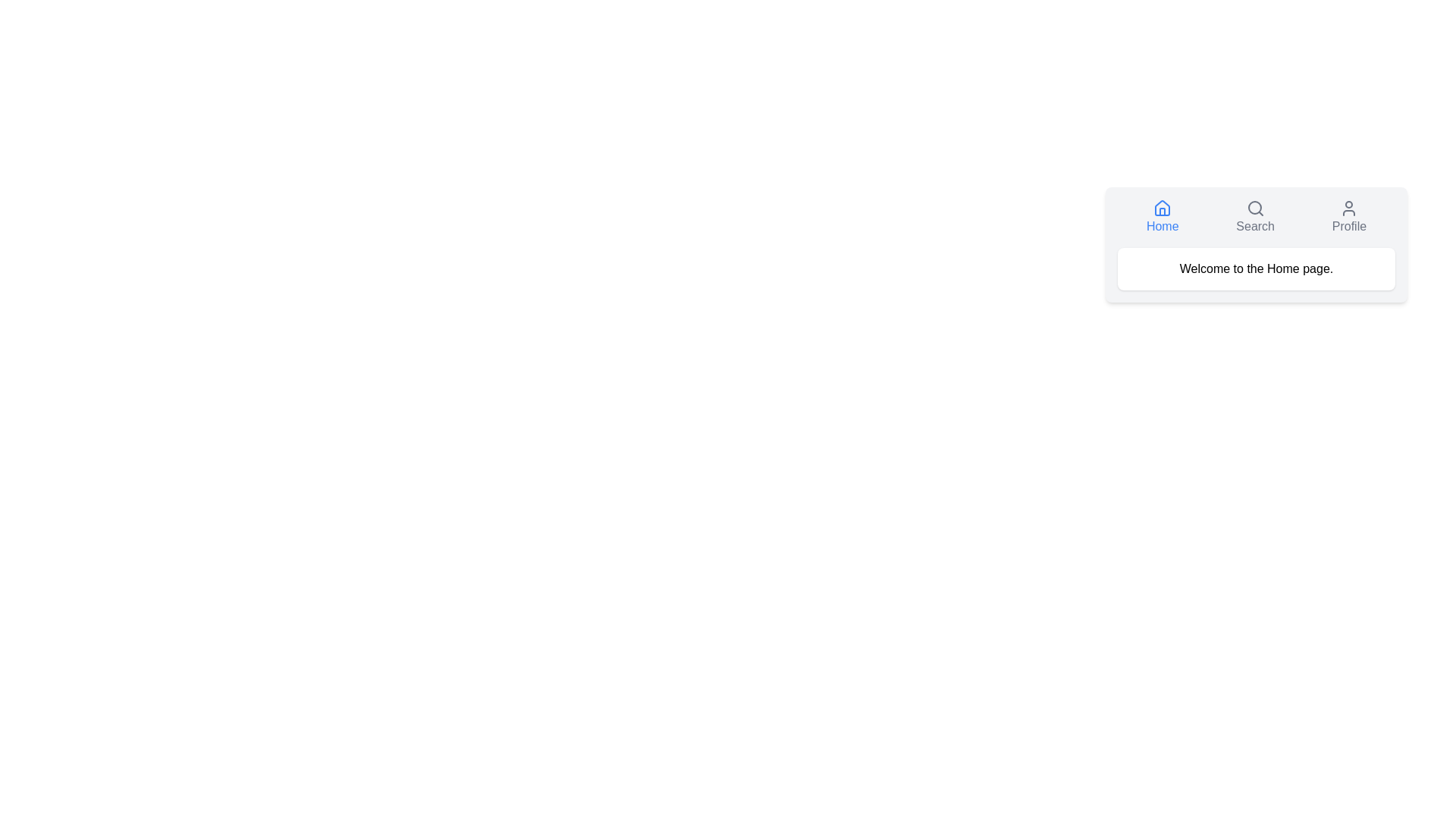 The height and width of the screenshot is (819, 1456). What do you see at coordinates (1162, 227) in the screenshot?
I see `text label displaying 'Home' in blue font, positioned below the house-shaped icon in the top-right navigation bar` at bounding box center [1162, 227].